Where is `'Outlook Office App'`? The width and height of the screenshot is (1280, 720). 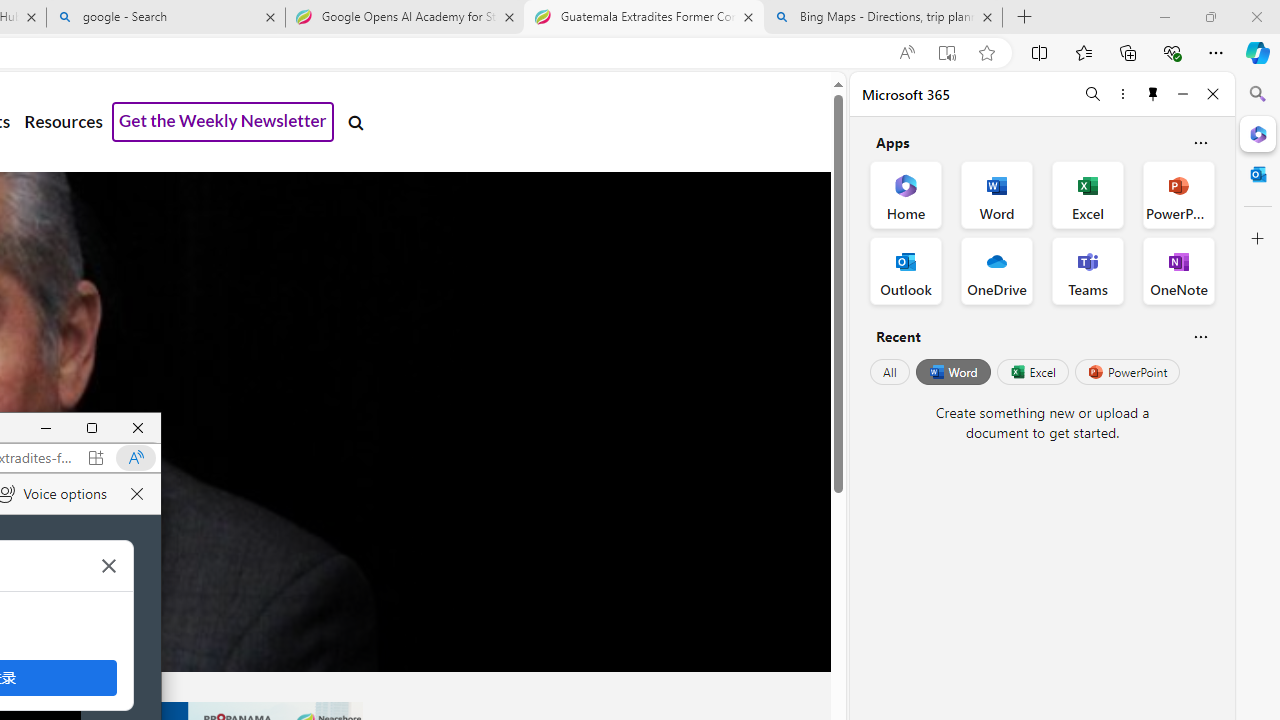
'Outlook Office App' is located at coordinates (905, 271).